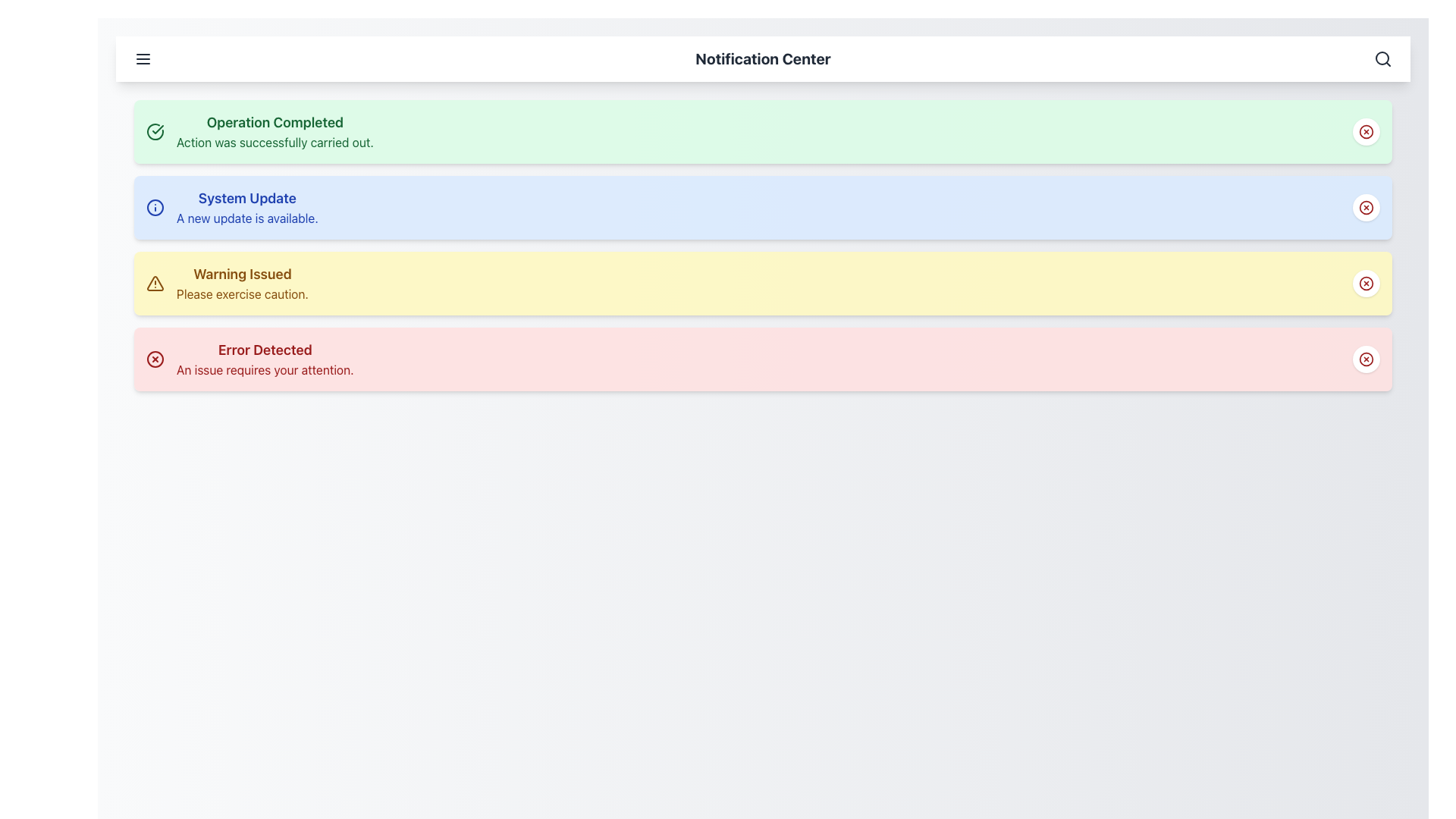  I want to click on Text Label that provides additional context about the 'Error Detected' notification located in the notification bar with a red background, so click(265, 370).